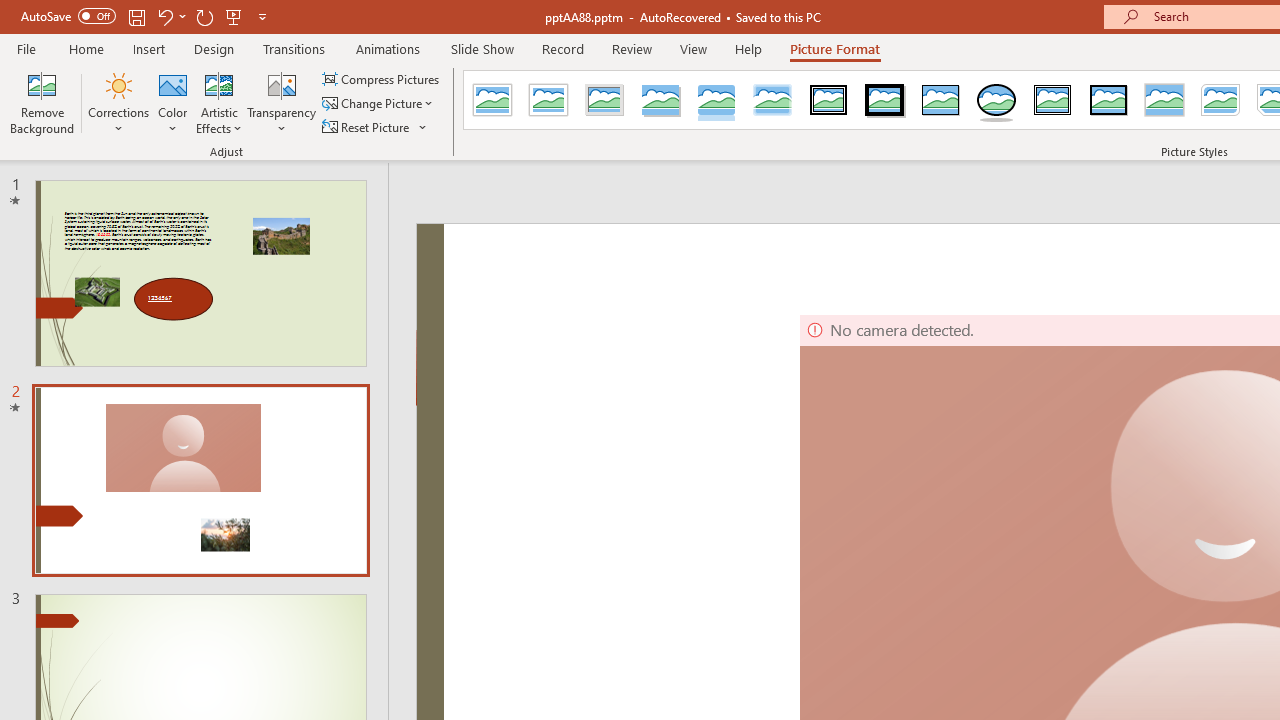  I want to click on 'Rounded Diagonal Corner, White', so click(1220, 100).